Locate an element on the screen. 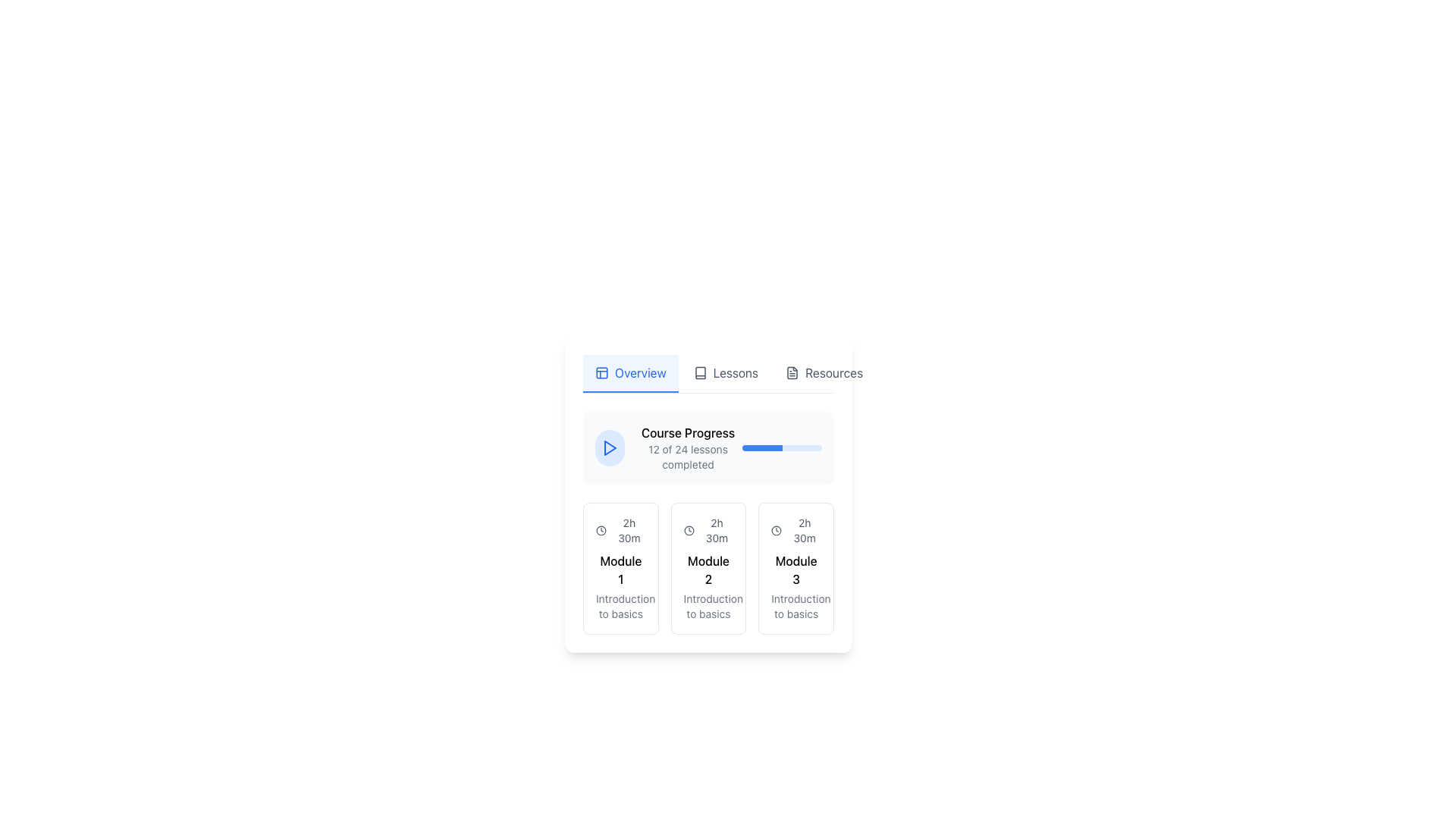  the Text label that provides additional details or a subtitle for the module in the second card of the horizontal stack is located at coordinates (708, 605).